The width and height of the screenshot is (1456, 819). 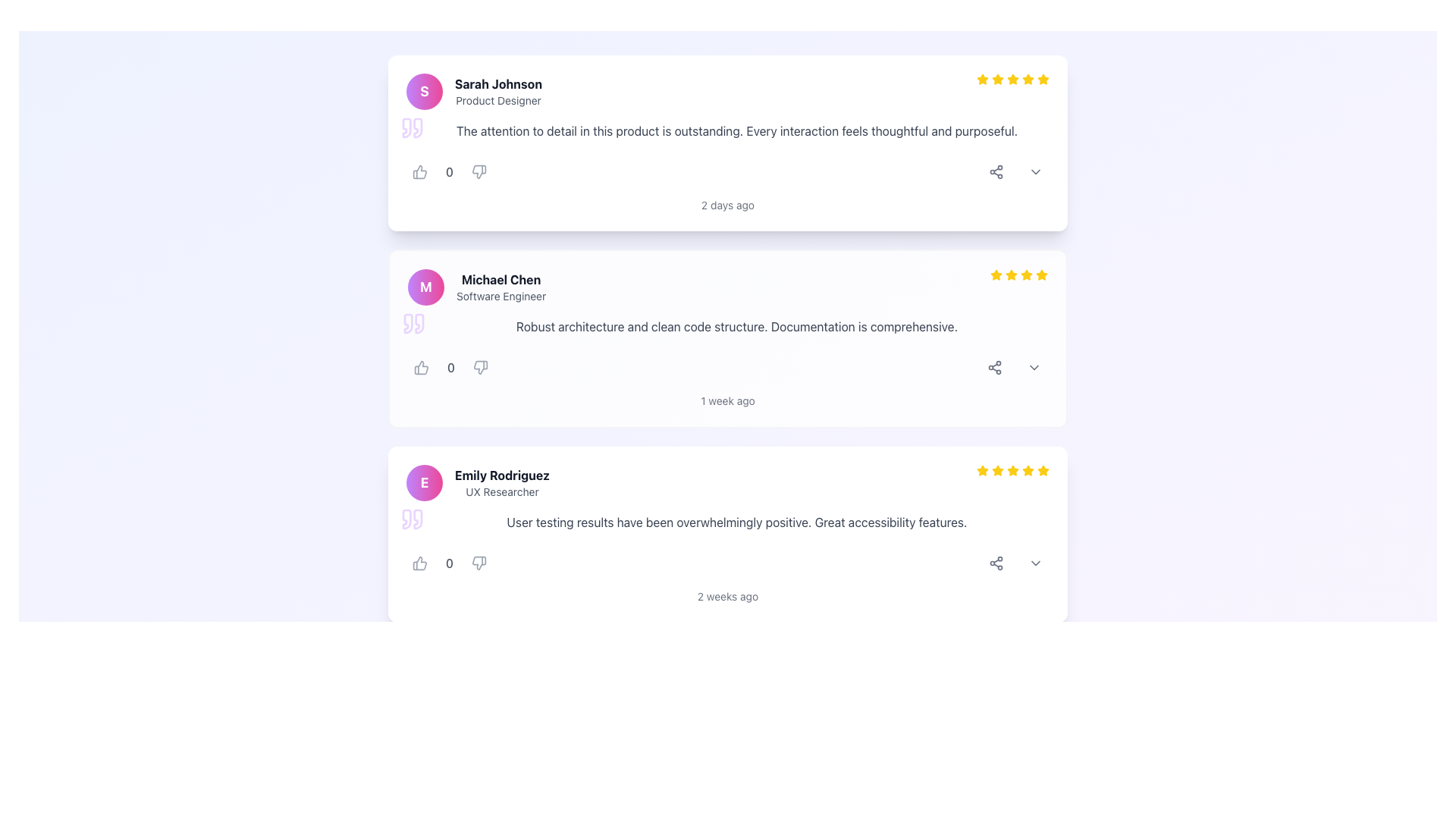 What do you see at coordinates (498, 84) in the screenshot?
I see `the text label displaying 'Sarah Johnson', which is the first bold text entry in the user feedback card` at bounding box center [498, 84].